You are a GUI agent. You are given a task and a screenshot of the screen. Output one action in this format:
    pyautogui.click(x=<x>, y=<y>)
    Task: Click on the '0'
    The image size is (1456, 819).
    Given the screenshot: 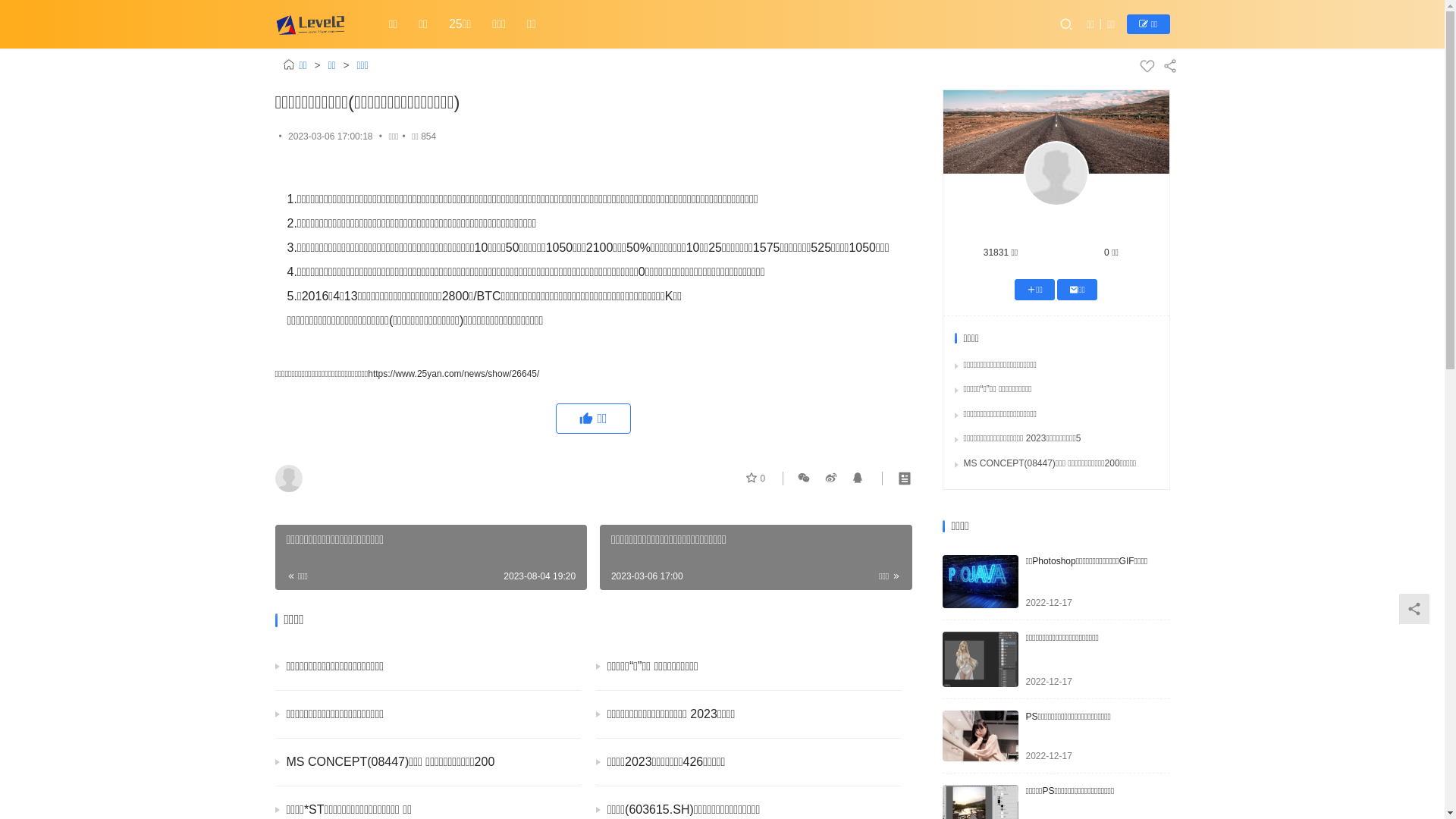 What is the action you would take?
    pyautogui.click(x=745, y=479)
    